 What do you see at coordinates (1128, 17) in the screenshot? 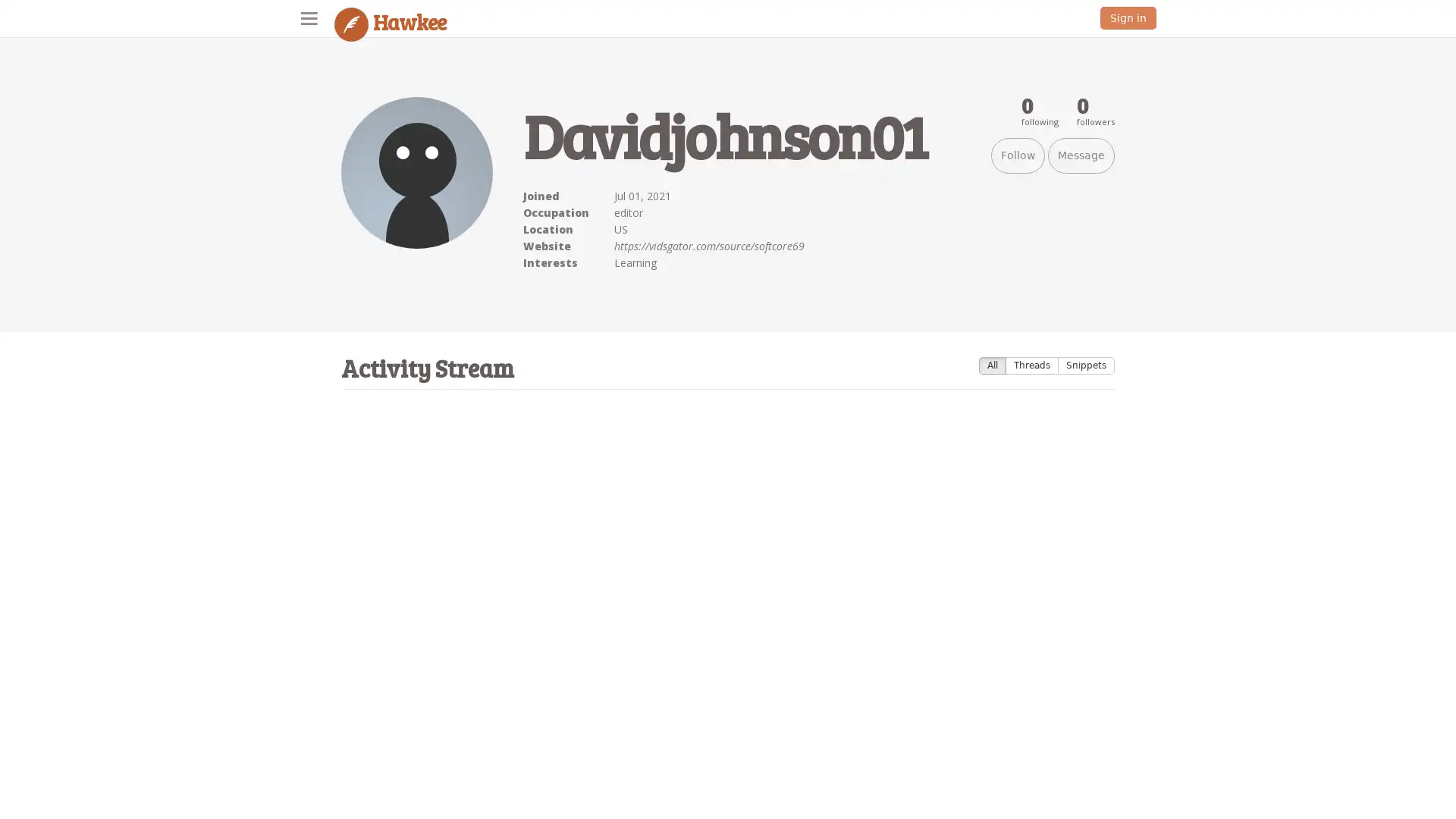
I see `Sign in` at bounding box center [1128, 17].